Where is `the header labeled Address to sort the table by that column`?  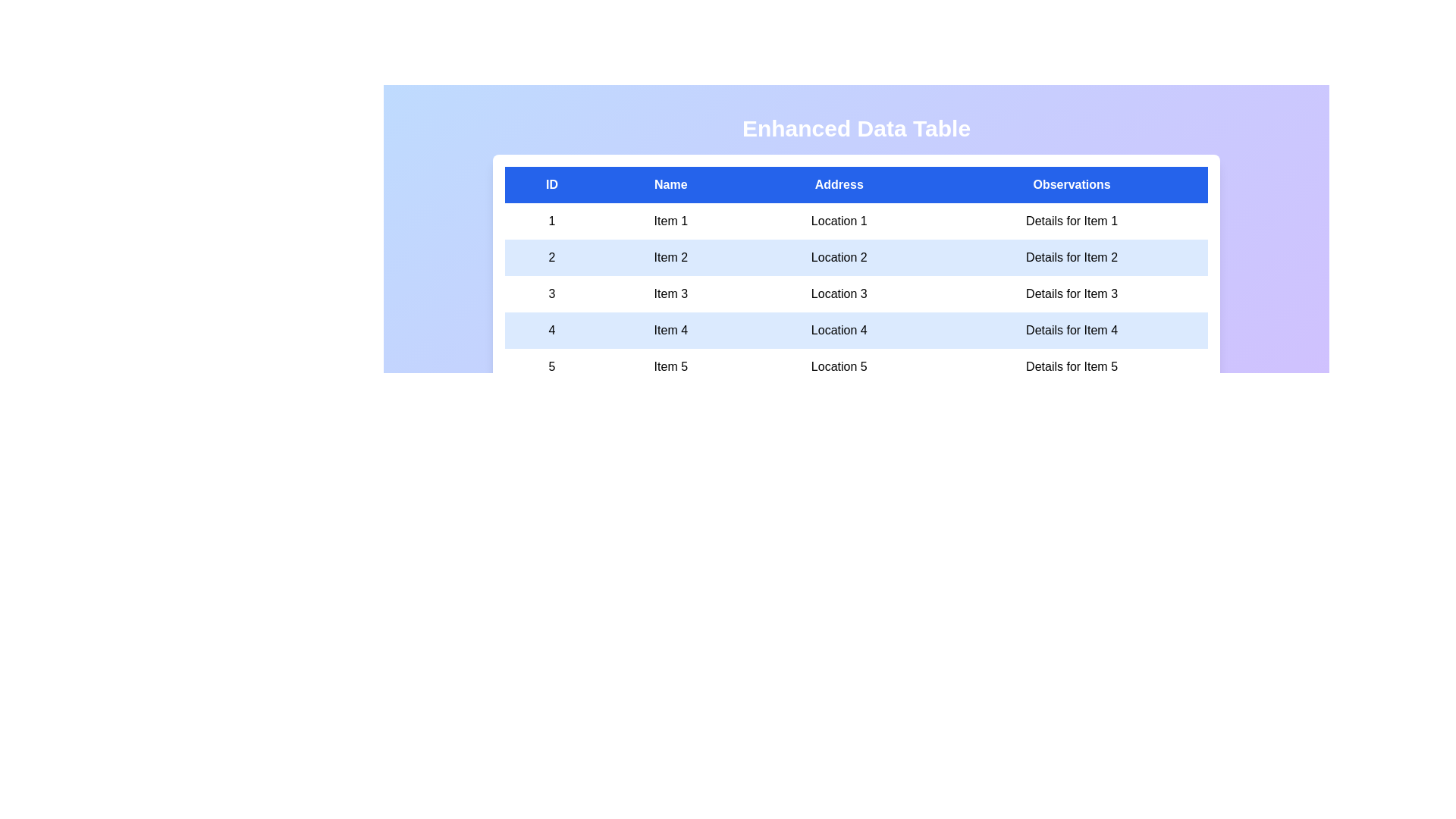
the header labeled Address to sort the table by that column is located at coordinates (837, 184).